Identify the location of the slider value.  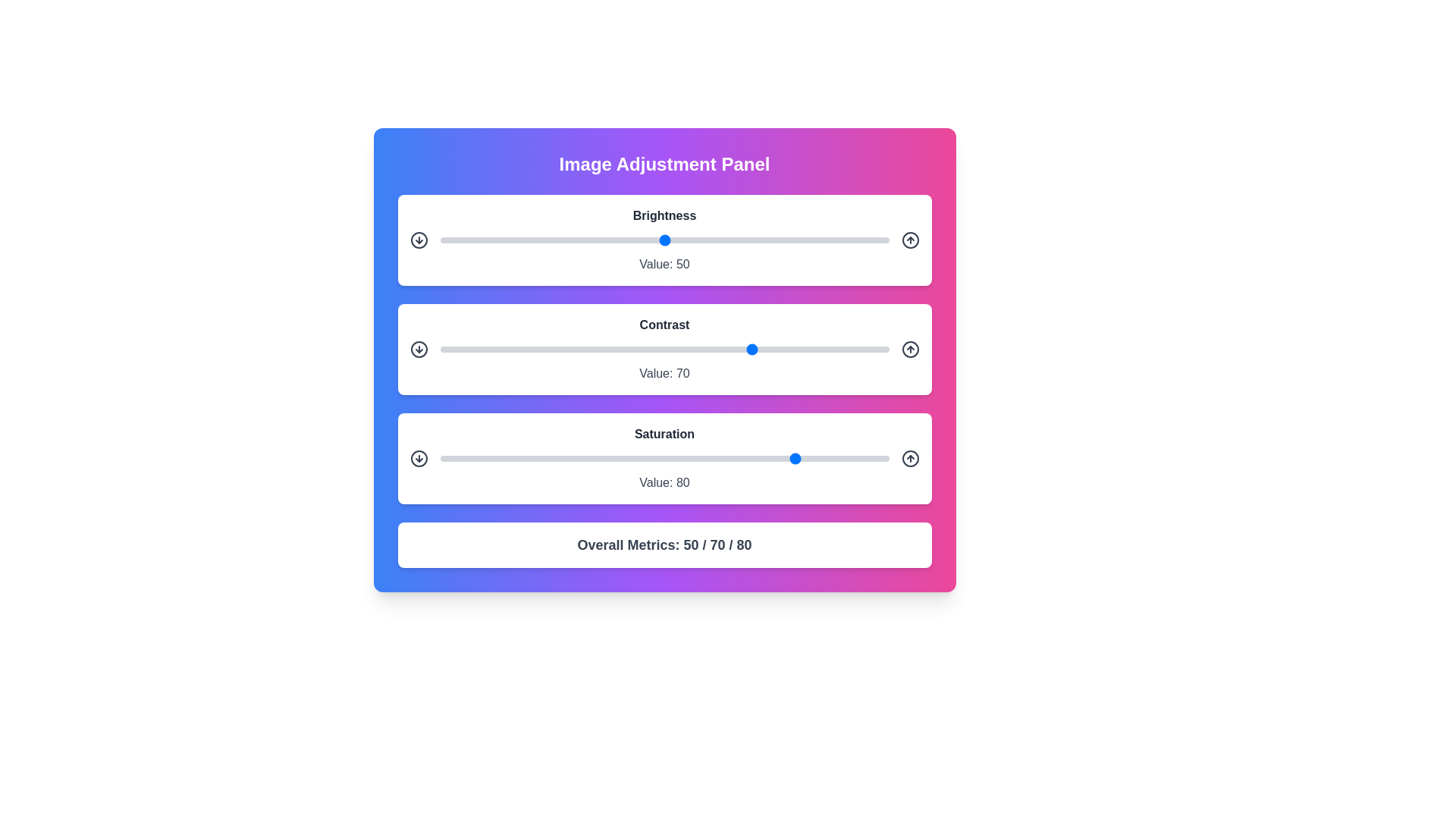
(512, 458).